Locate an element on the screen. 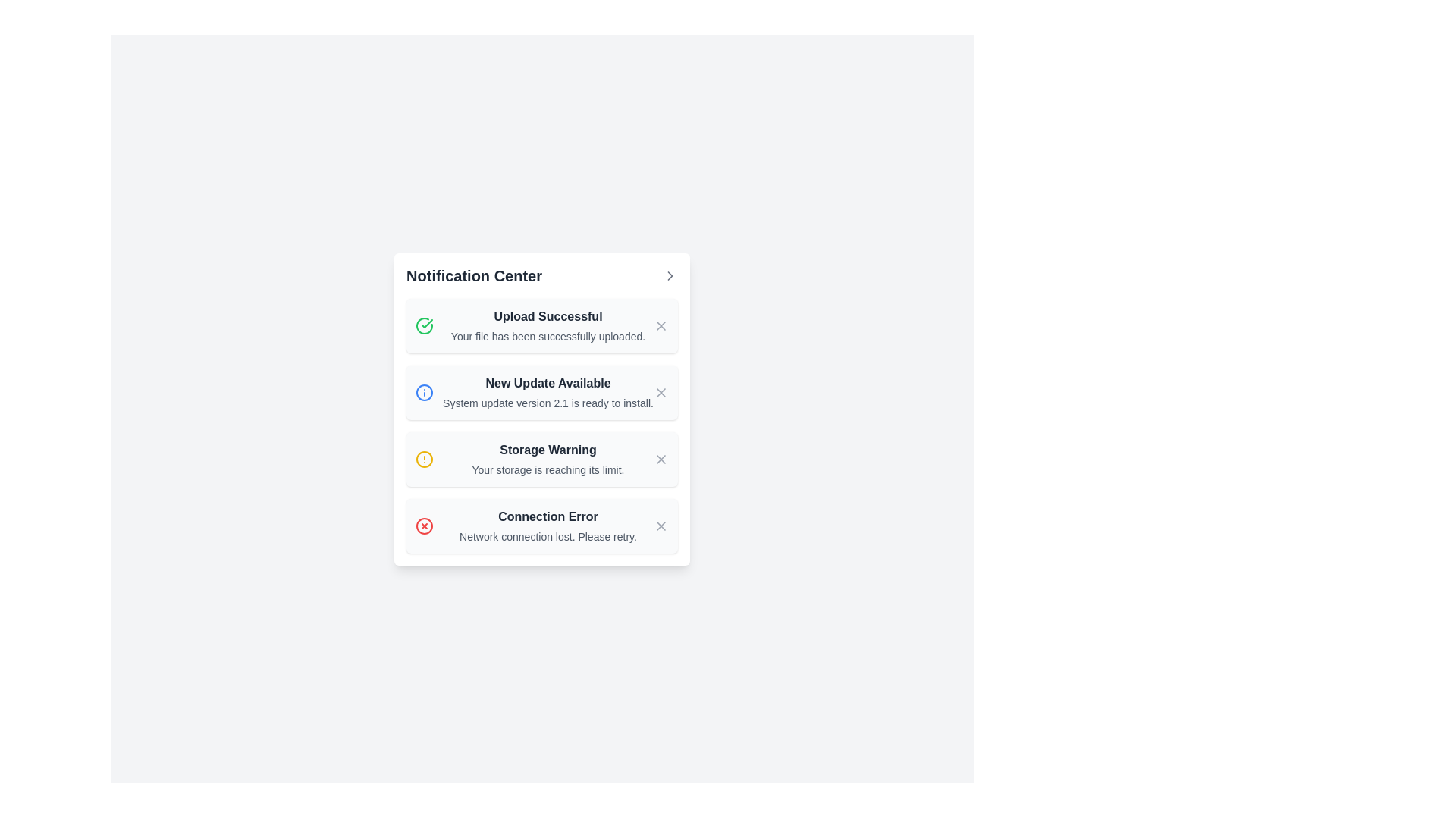  the notification icon indicating success, which is part of the 'Upload Successful' notification card located at the top of the list is located at coordinates (425, 325).